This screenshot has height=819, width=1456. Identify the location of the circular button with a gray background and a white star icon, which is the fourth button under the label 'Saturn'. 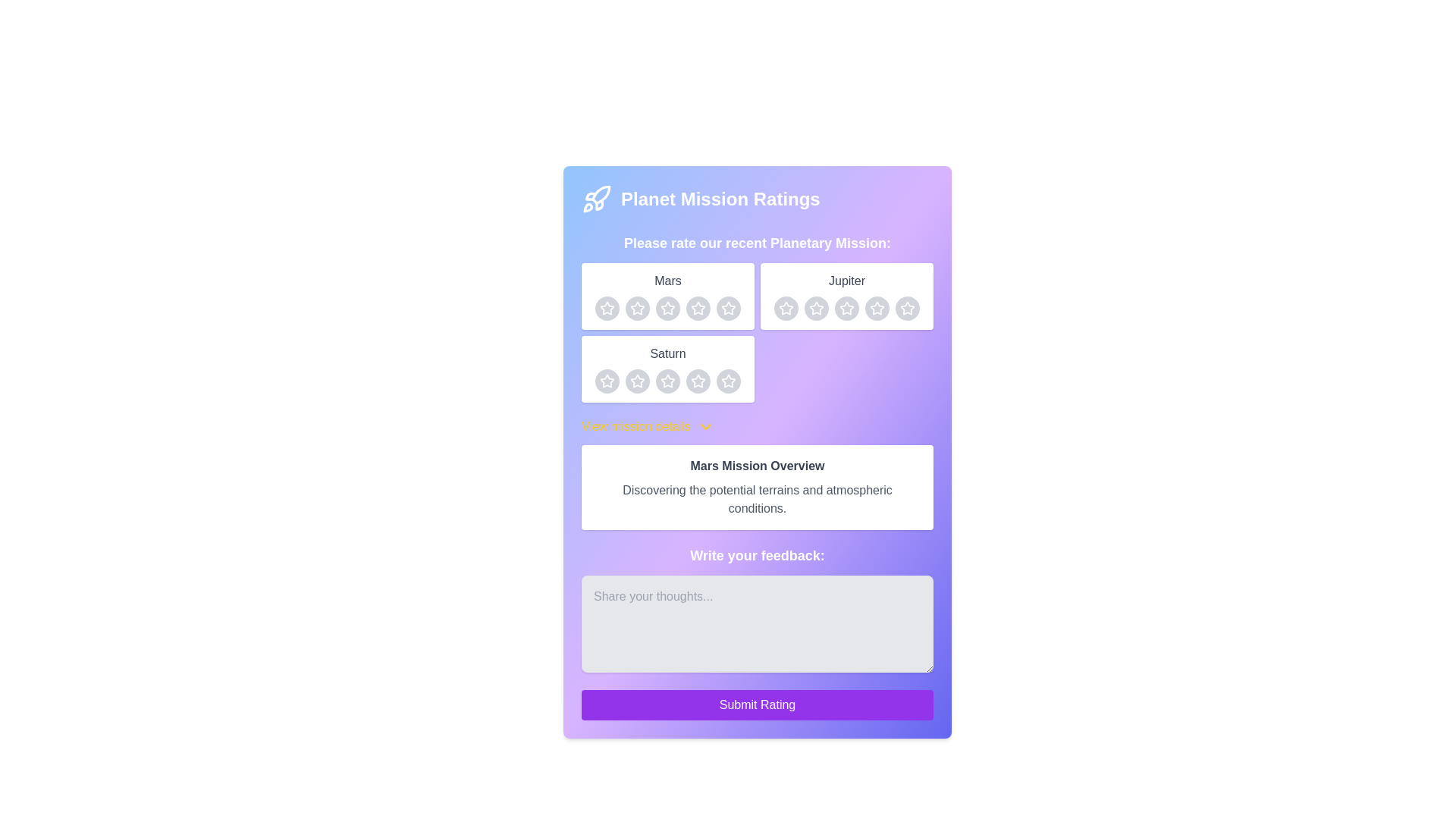
(698, 380).